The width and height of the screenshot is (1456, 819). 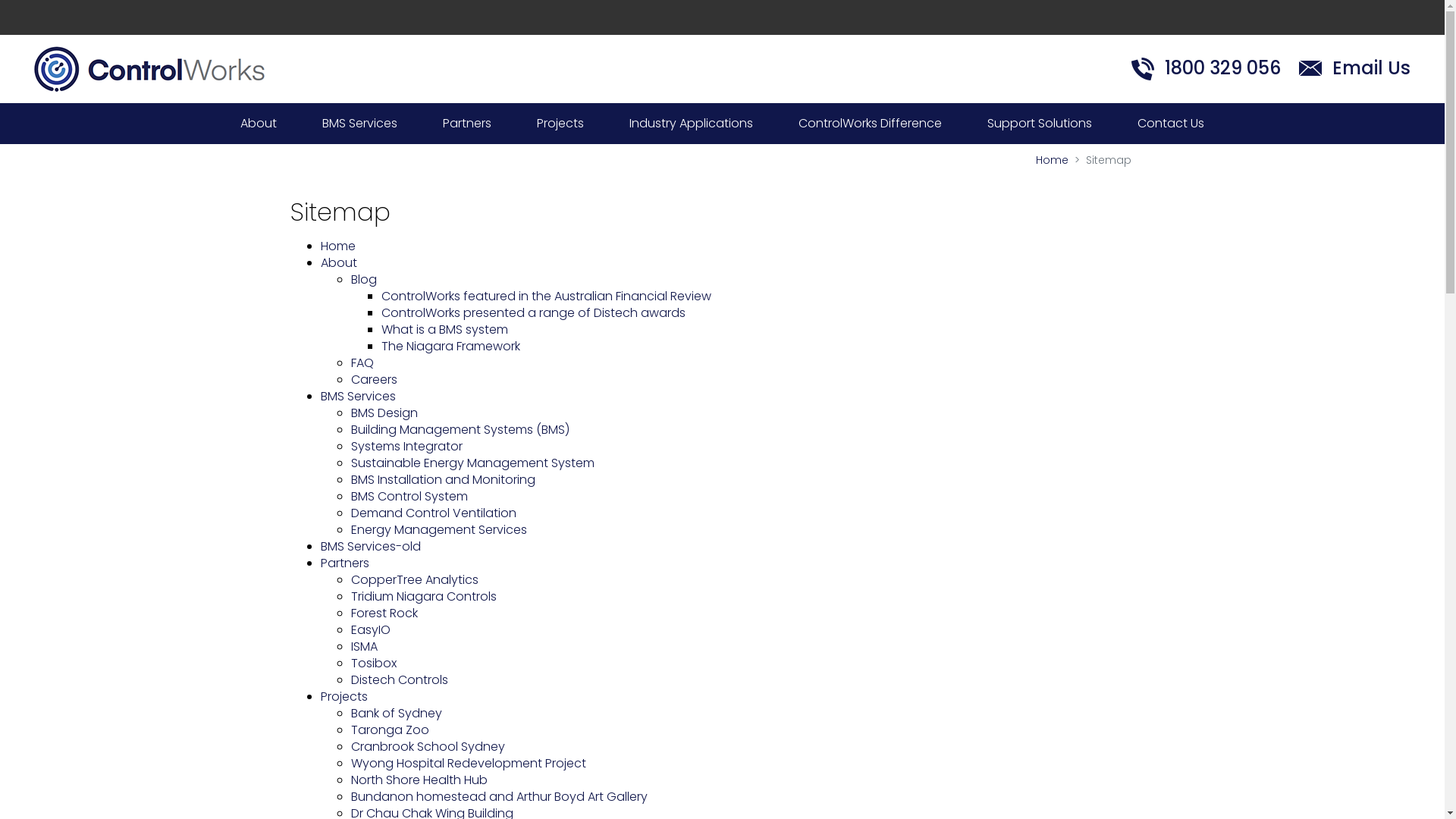 What do you see at coordinates (349, 646) in the screenshot?
I see `'ISMA'` at bounding box center [349, 646].